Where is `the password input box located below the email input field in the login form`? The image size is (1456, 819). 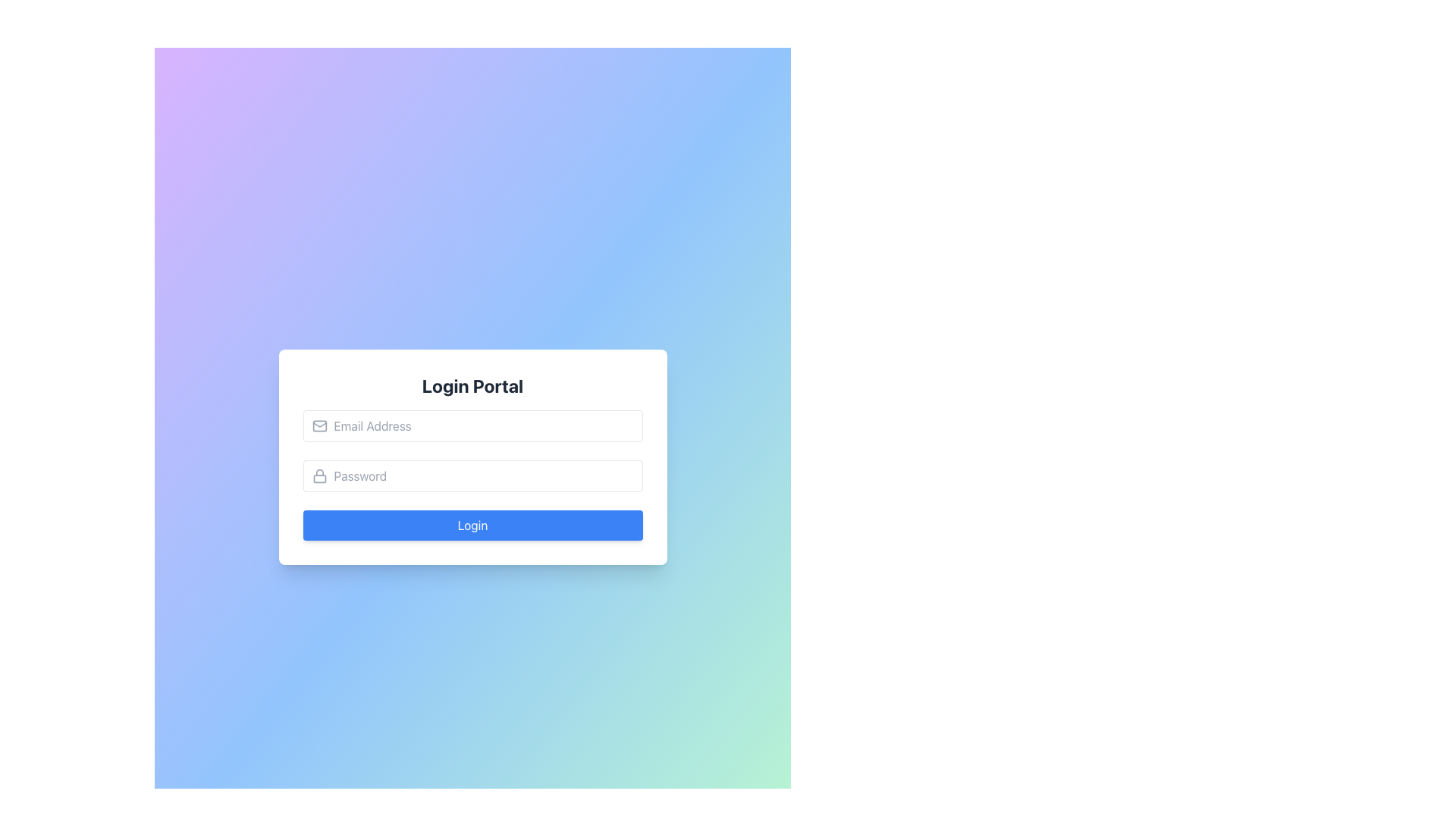 the password input box located below the email input field in the login form is located at coordinates (472, 475).